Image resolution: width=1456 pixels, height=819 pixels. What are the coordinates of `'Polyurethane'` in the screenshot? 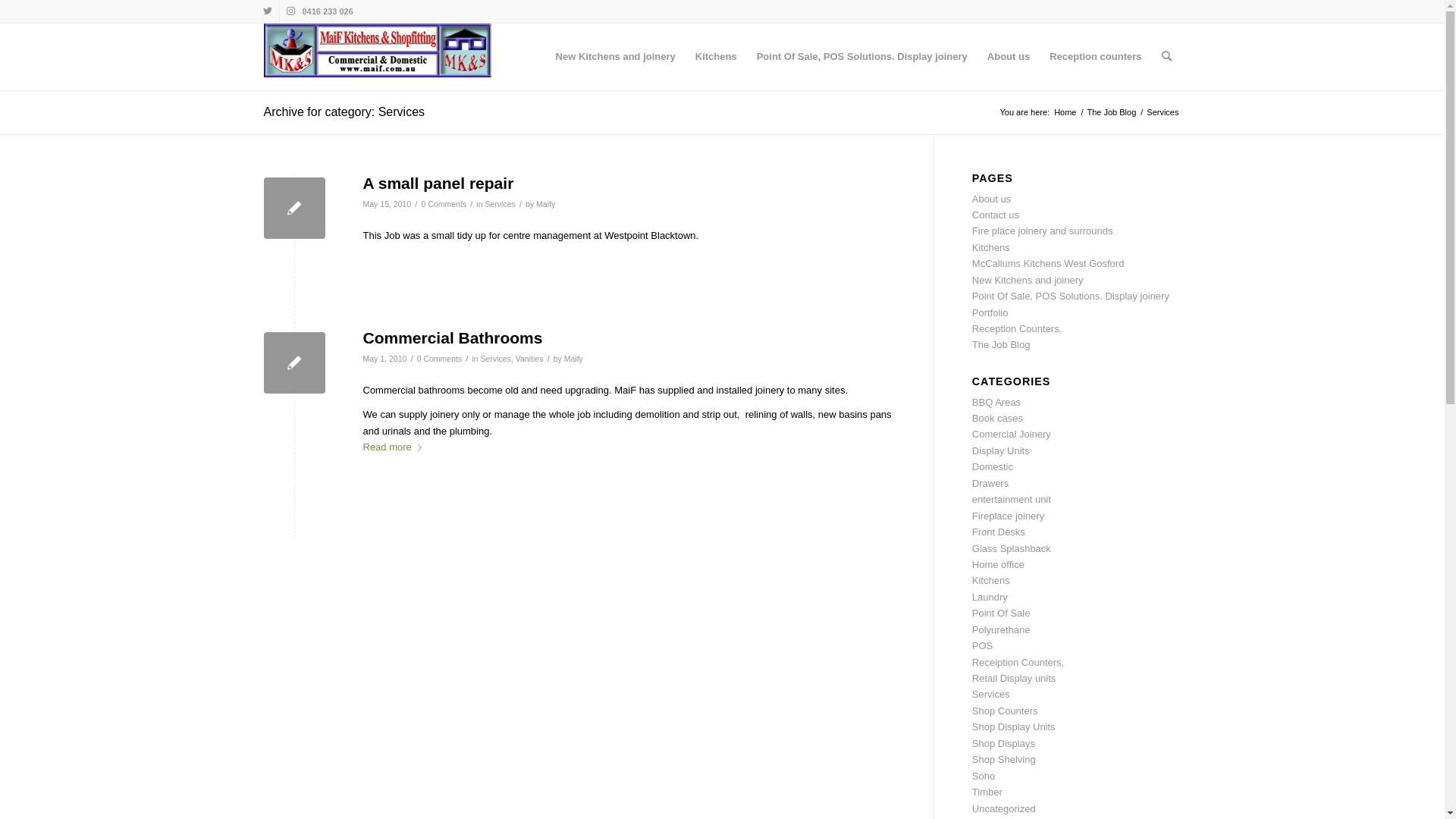 It's located at (1001, 629).